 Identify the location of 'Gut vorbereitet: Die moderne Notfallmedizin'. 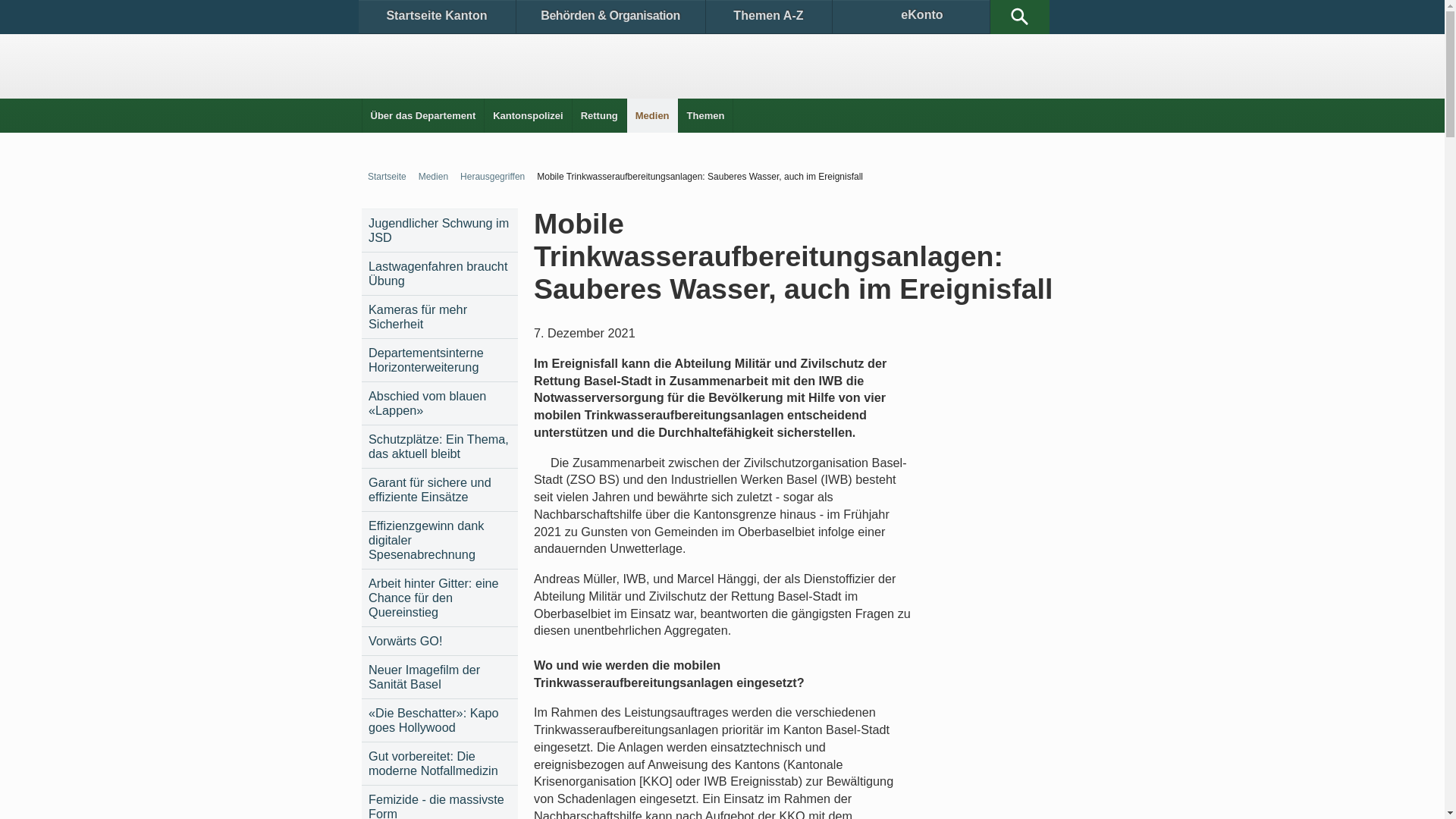
(439, 763).